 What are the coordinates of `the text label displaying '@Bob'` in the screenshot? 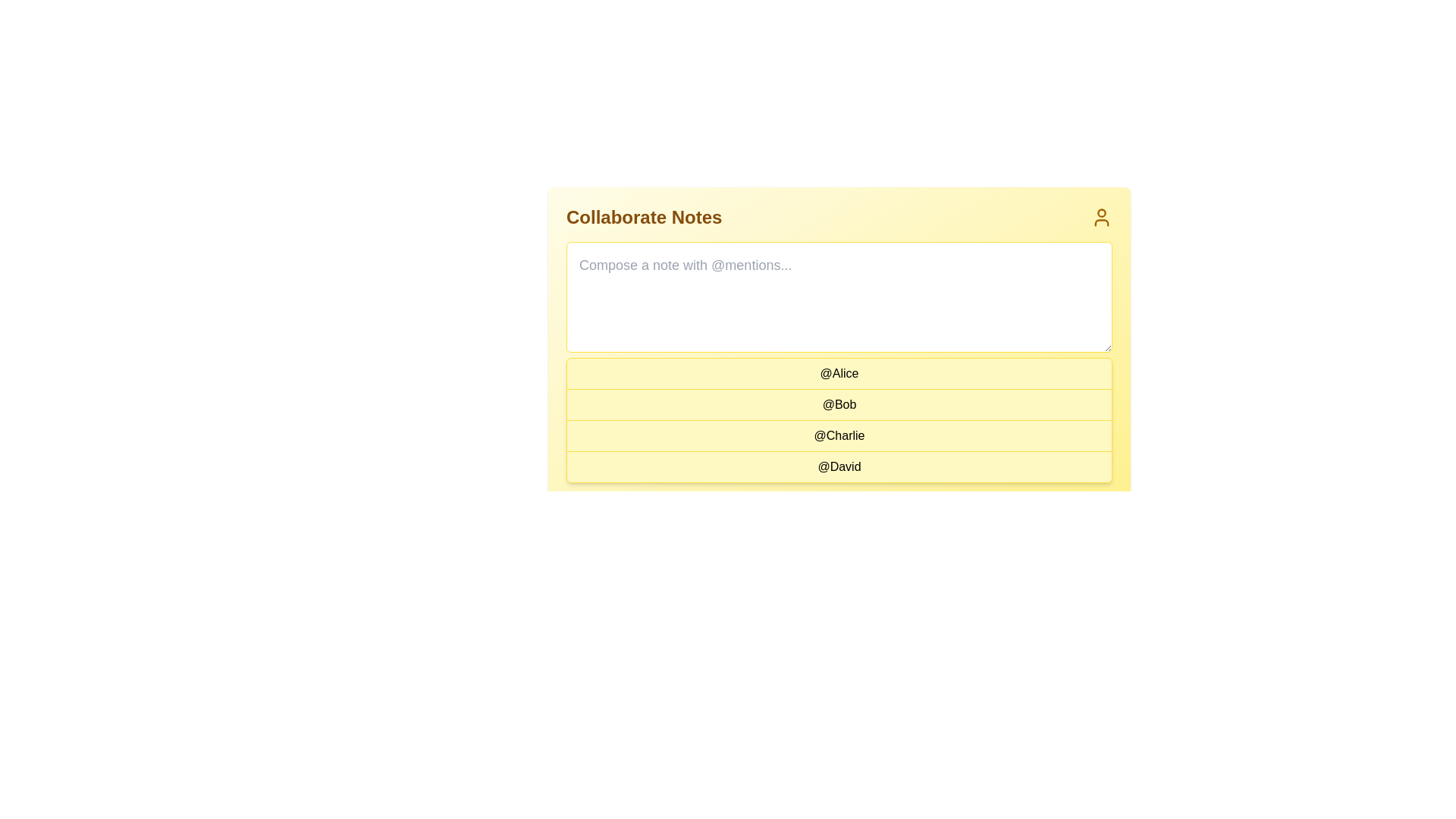 It's located at (839, 403).